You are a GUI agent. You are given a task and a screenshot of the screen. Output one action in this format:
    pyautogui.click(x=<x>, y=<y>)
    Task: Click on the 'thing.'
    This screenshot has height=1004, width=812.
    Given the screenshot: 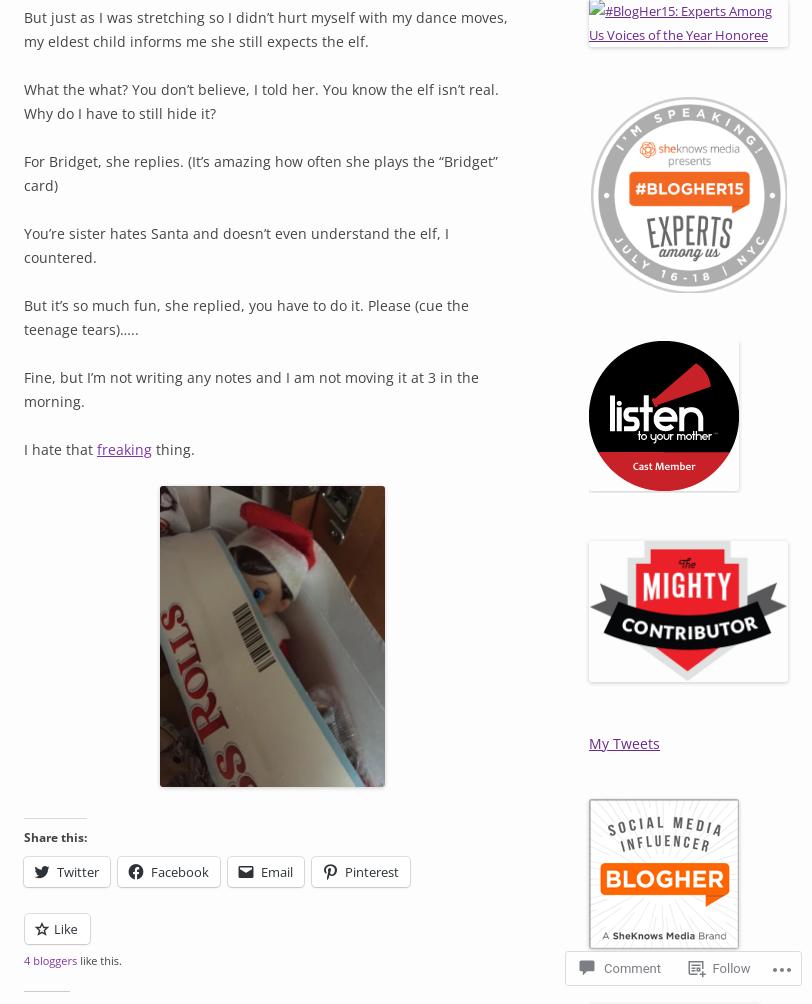 What is the action you would take?
    pyautogui.click(x=152, y=447)
    